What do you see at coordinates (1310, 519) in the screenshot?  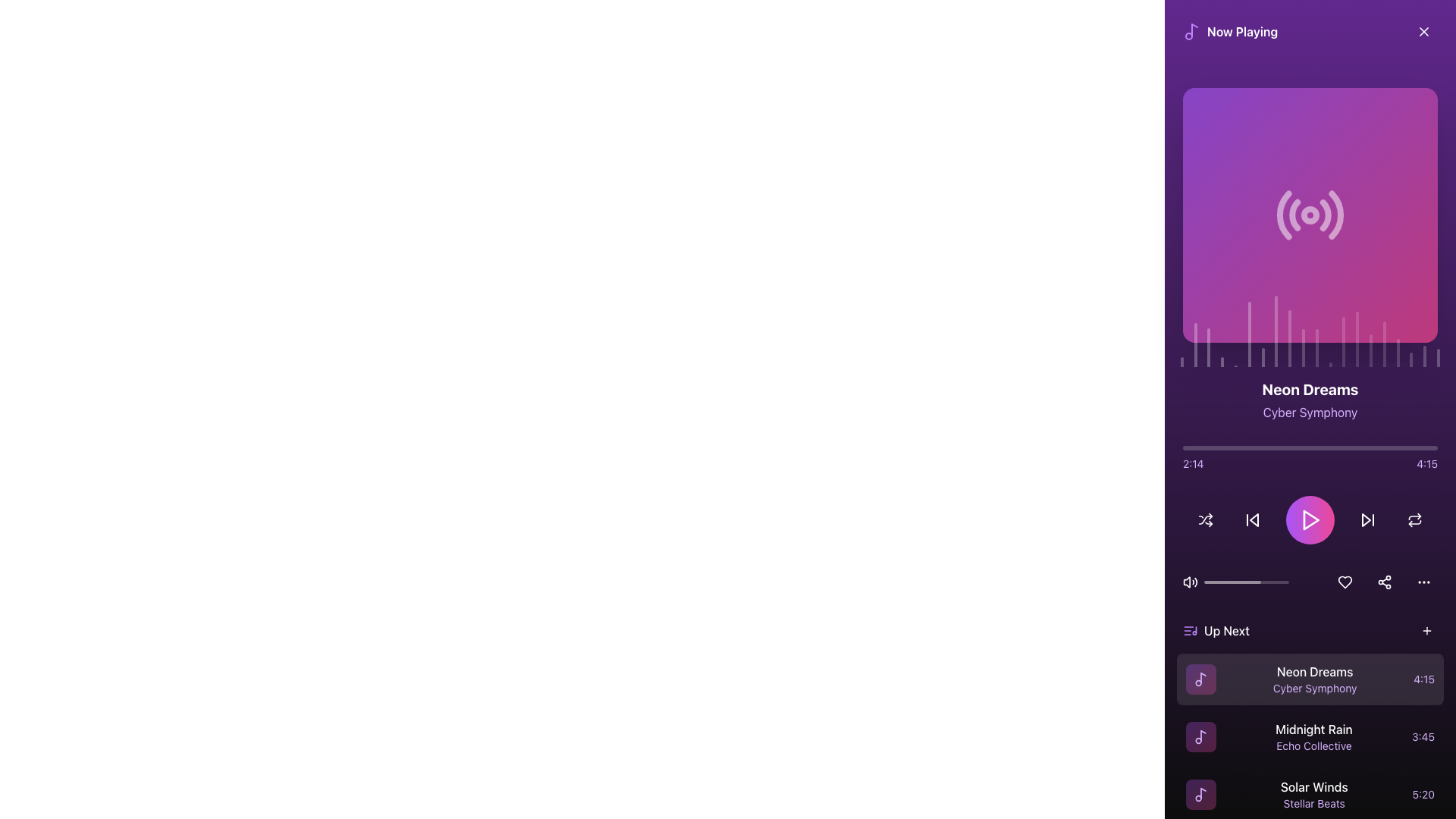 I see `the play button icon, which is a rightward-pointing triangle within a circular button, located at the lower-central section of the interface` at bounding box center [1310, 519].